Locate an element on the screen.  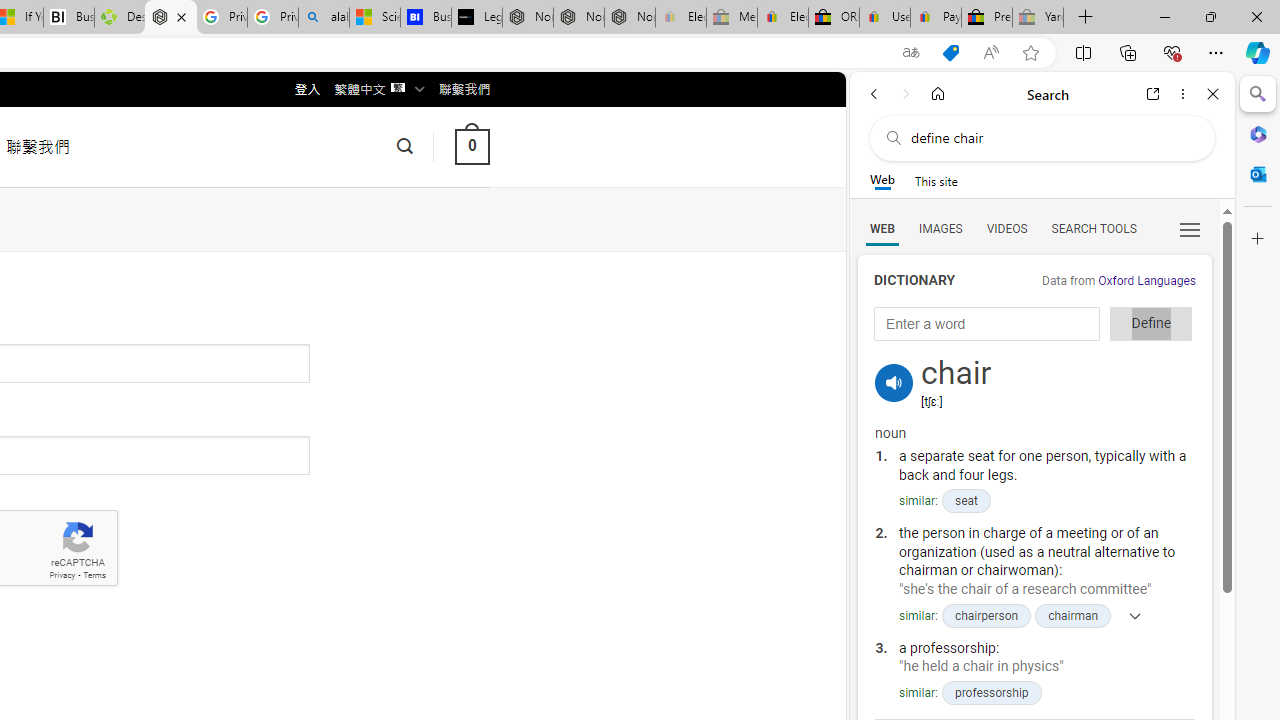
'Descarga Driver Updater' is located at coordinates (118, 17).